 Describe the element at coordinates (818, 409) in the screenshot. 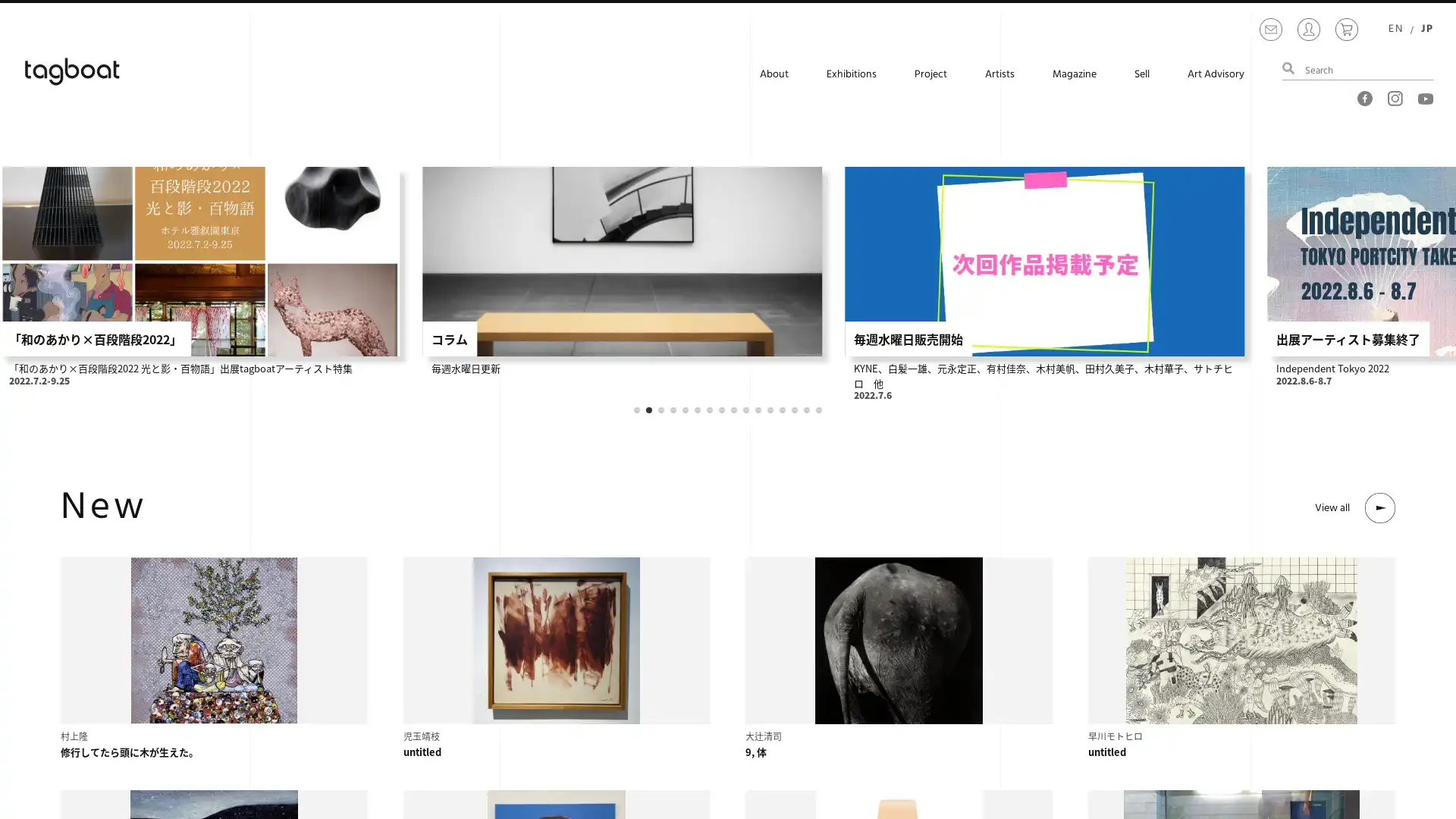

I see `Go to slide 16` at that location.